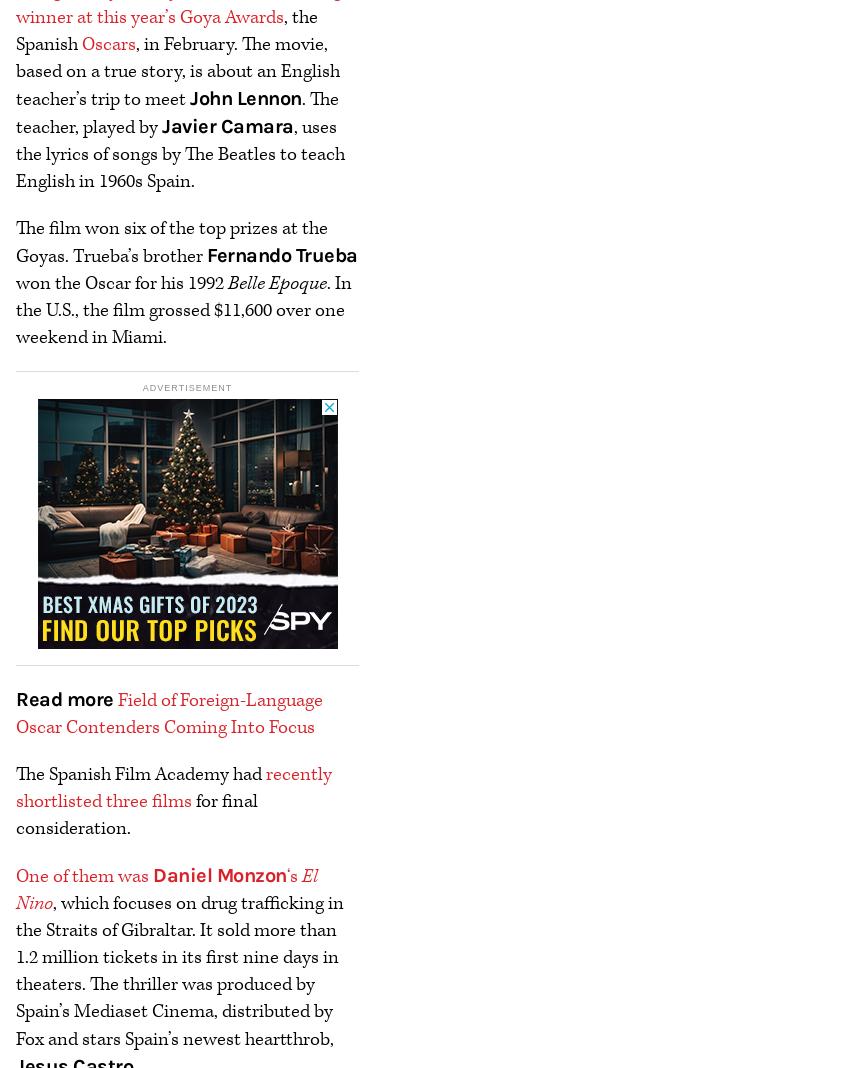 This screenshot has height=1068, width=849. I want to click on 'Field of Foreign-Language Oscar Contenders Coming Into Focus', so click(169, 712).